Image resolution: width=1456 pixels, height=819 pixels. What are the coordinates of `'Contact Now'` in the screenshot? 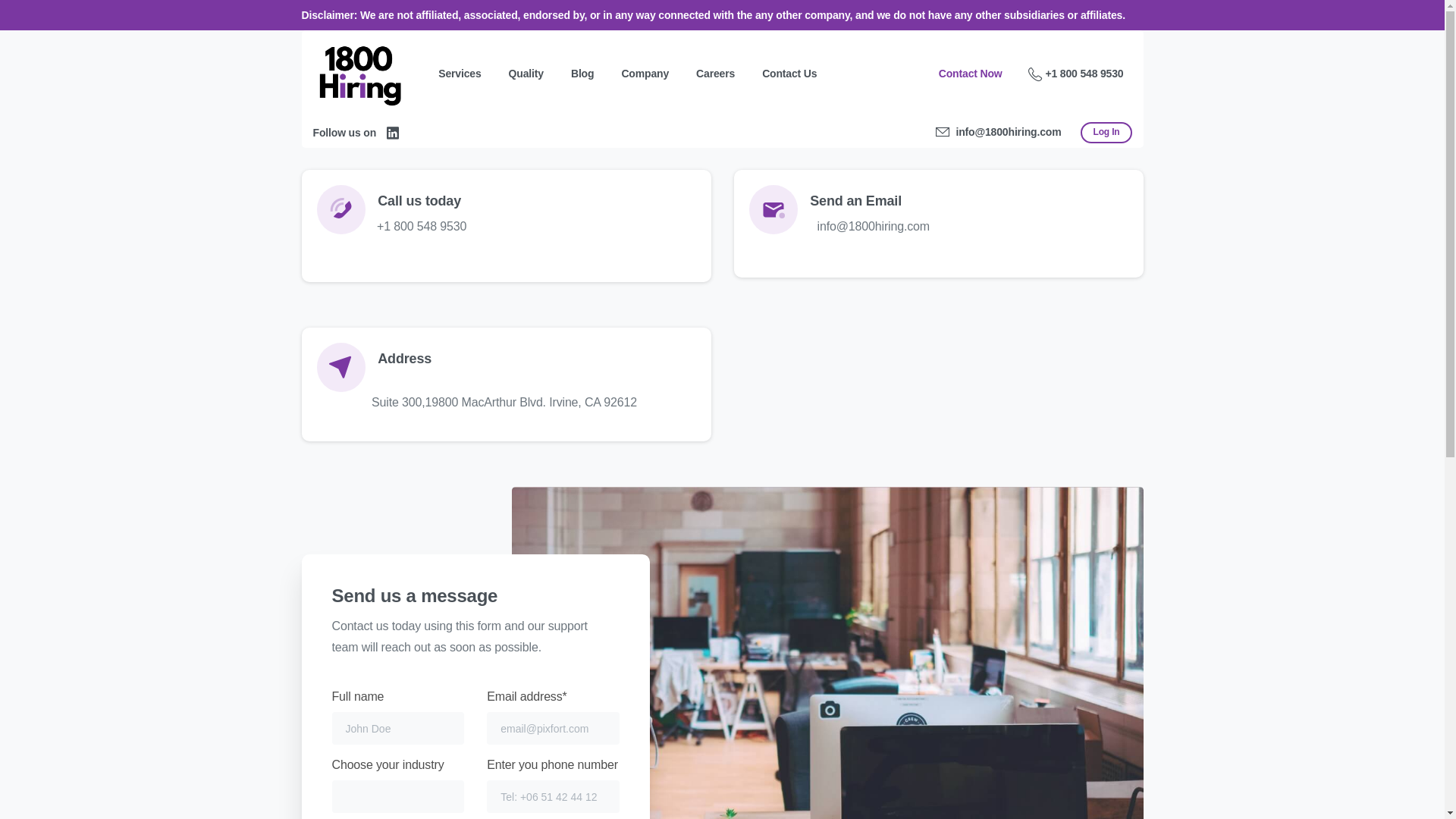 It's located at (971, 74).